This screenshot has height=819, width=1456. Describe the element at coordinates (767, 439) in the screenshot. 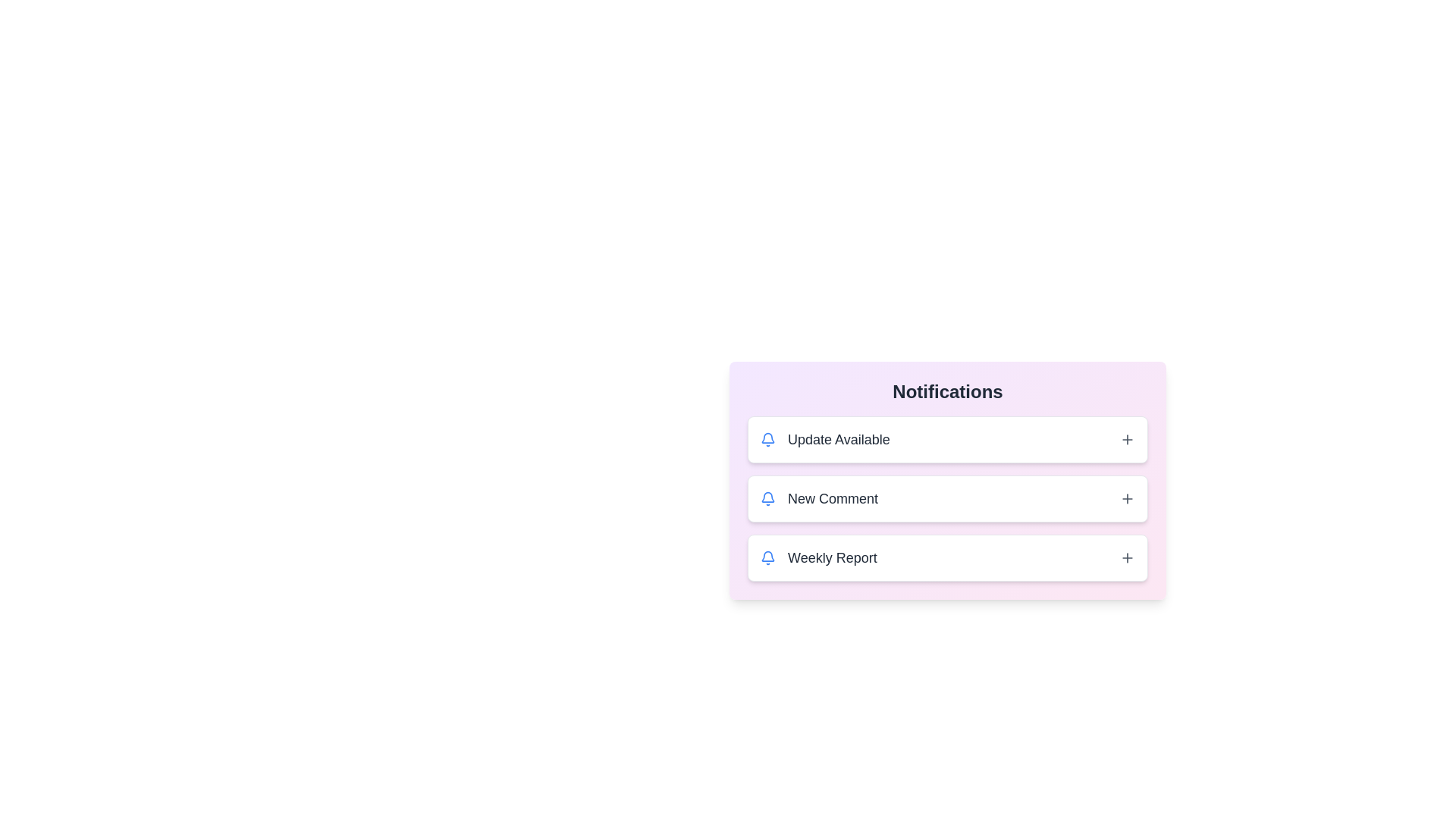

I see `the notification icon to open the notification panel` at that location.